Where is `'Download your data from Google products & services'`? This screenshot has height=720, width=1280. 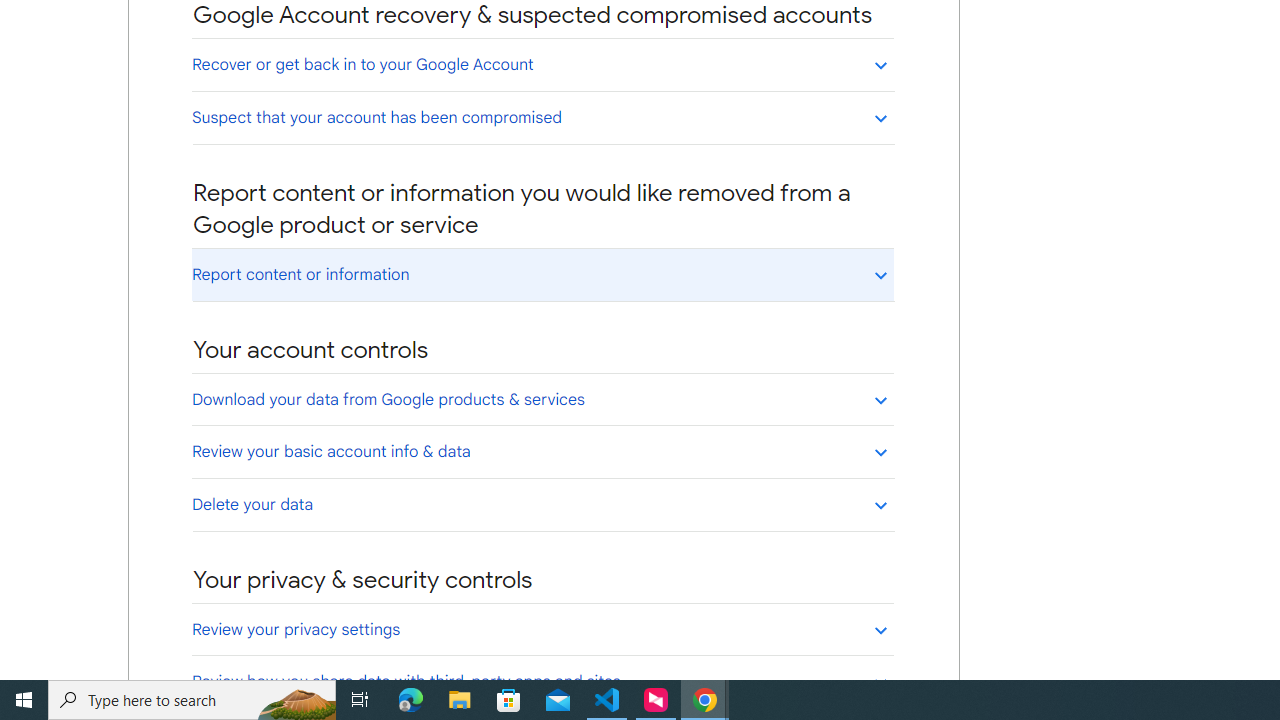
'Download your data from Google products & services' is located at coordinates (542, 399).